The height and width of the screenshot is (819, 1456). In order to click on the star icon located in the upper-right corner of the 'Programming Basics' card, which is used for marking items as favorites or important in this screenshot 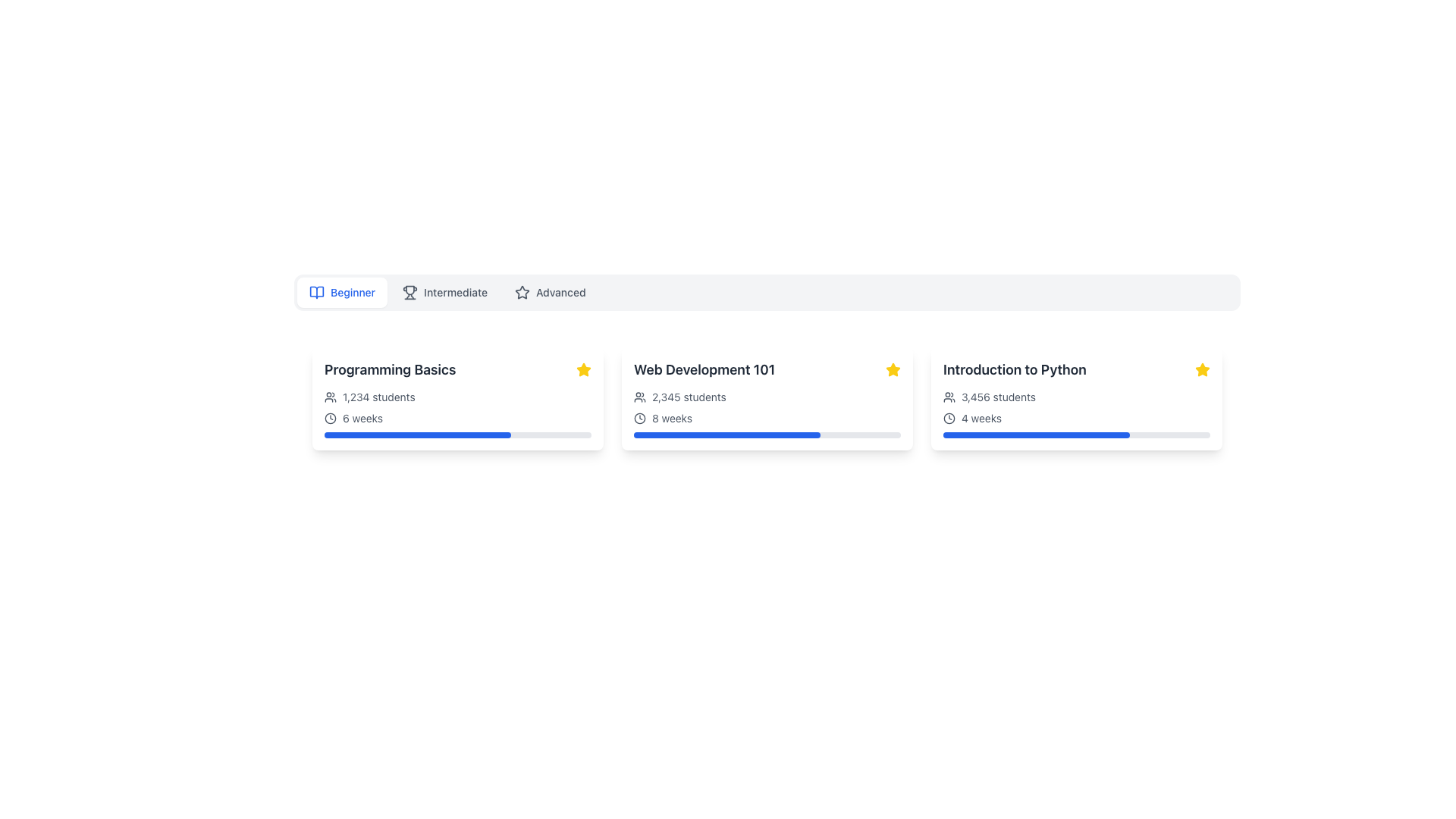, I will do `click(582, 369)`.